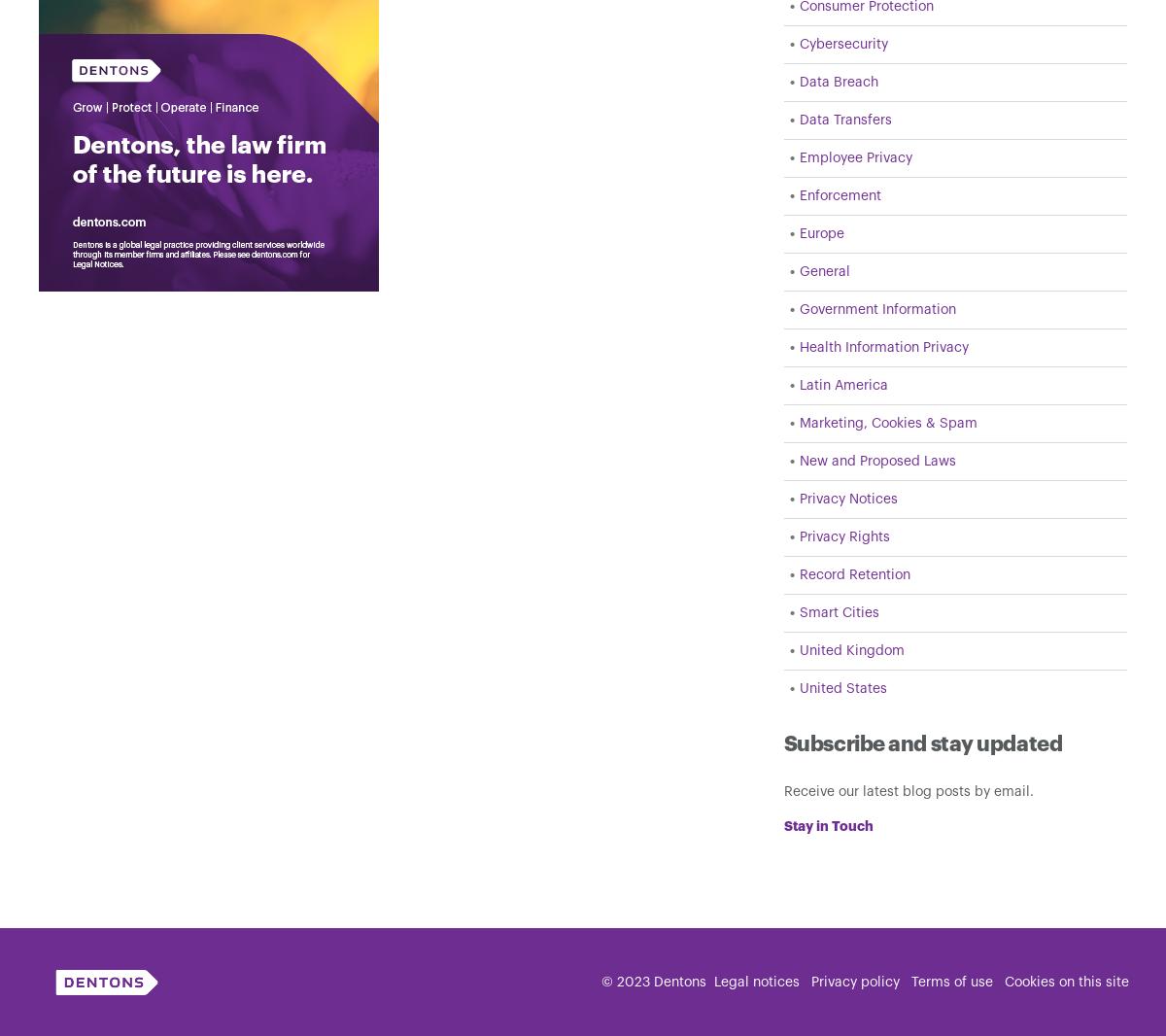  Describe the element at coordinates (756, 982) in the screenshot. I see `'Legal notices'` at that location.